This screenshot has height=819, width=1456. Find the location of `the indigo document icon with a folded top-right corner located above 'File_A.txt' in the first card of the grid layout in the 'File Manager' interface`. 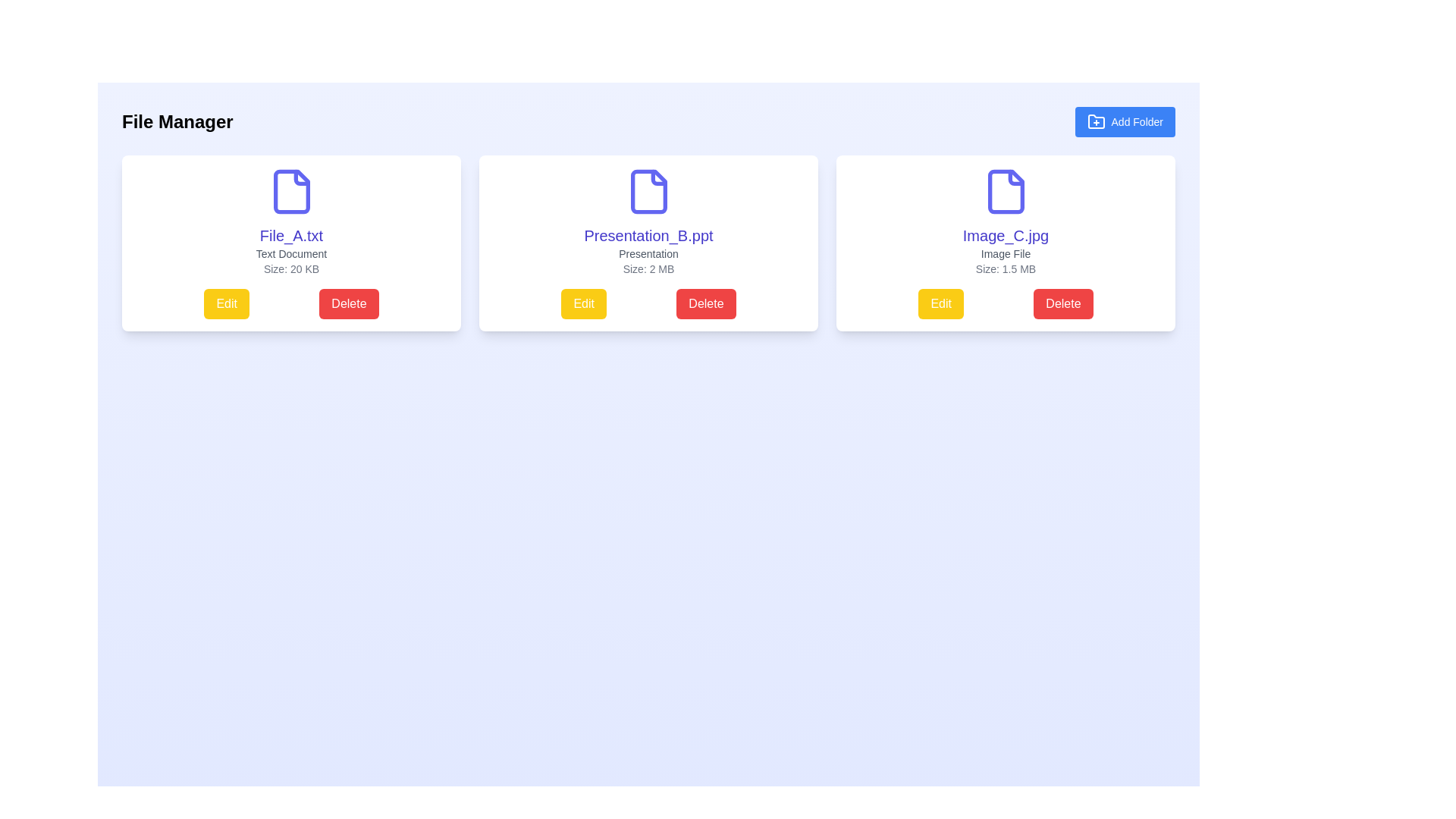

the indigo document icon with a folded top-right corner located above 'File_A.txt' in the first card of the grid layout in the 'File Manager' interface is located at coordinates (291, 191).